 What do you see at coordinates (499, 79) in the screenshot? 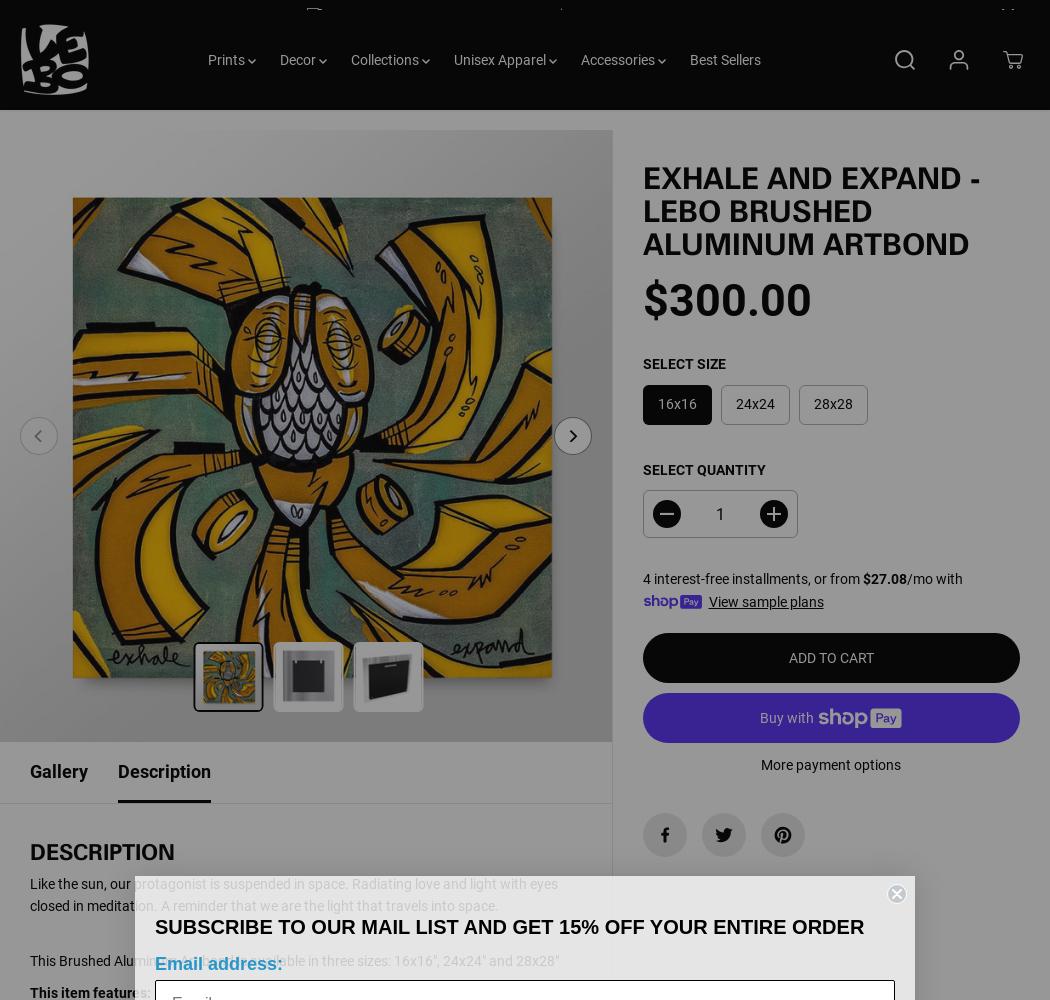
I see `'Unisex Apparel'` at bounding box center [499, 79].